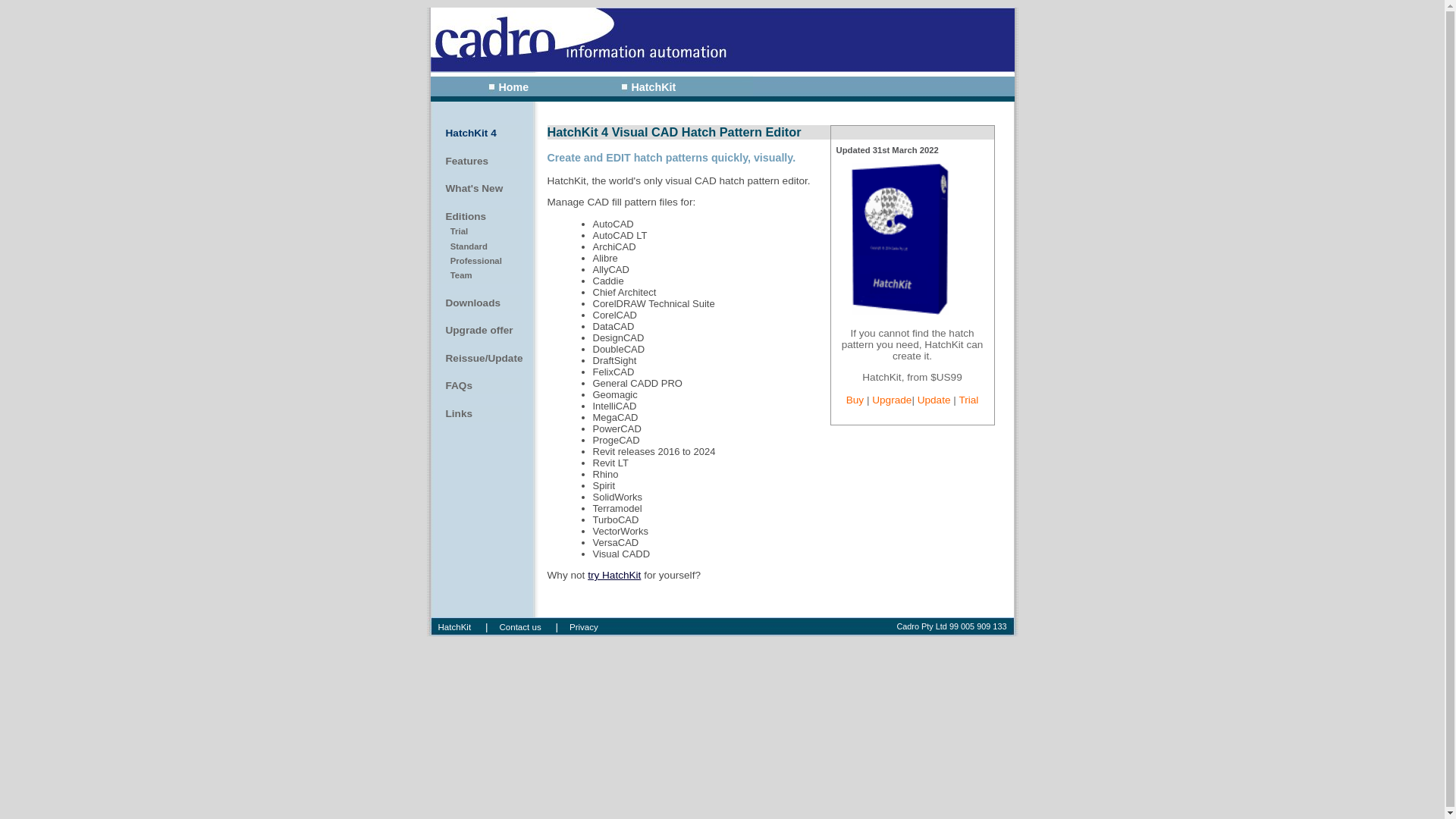 The width and height of the screenshot is (1456, 819). I want to click on 'HatchKit', so click(648, 87).